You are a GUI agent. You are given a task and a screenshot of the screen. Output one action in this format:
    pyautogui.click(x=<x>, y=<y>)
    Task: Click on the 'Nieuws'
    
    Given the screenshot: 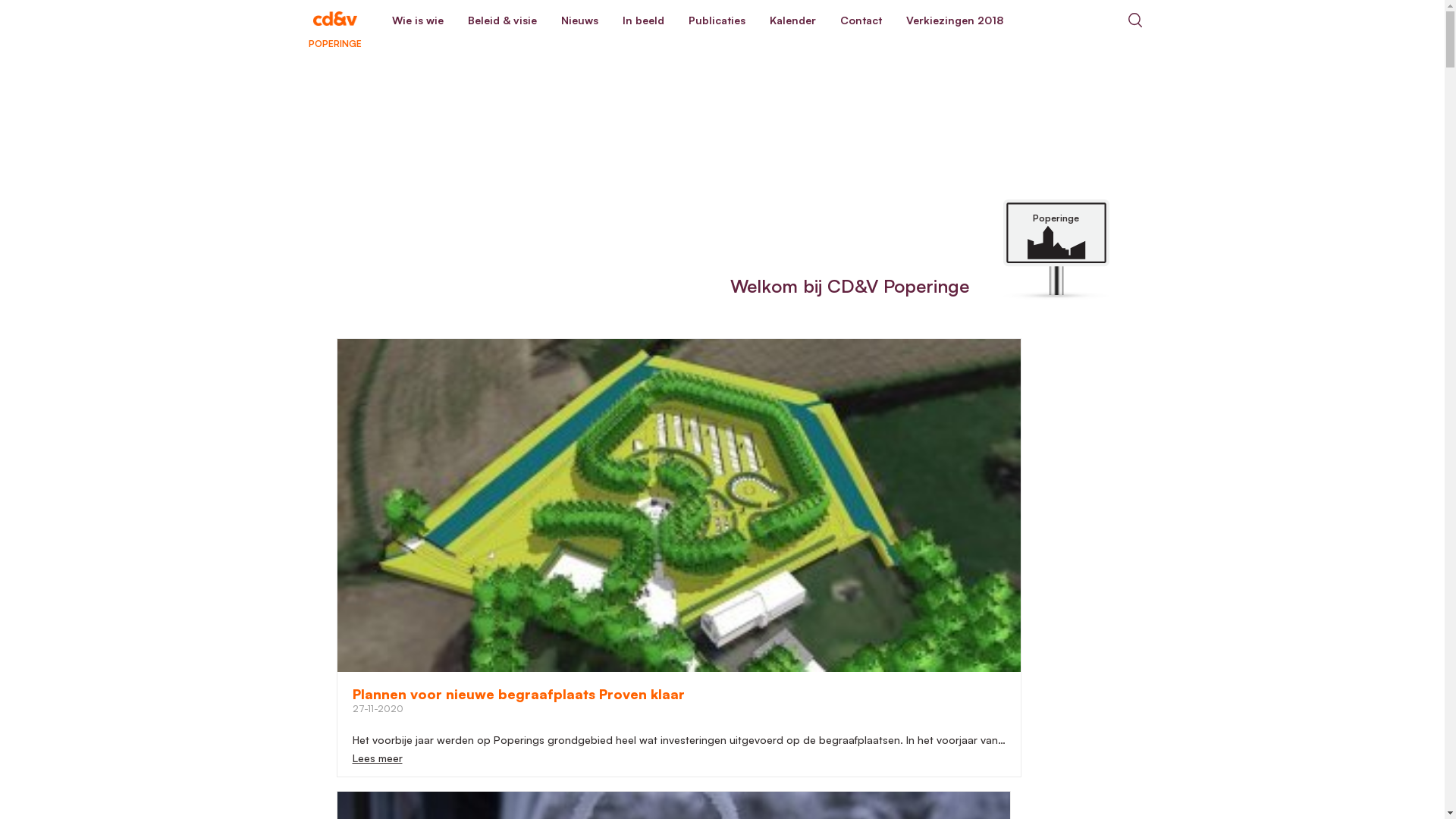 What is the action you would take?
    pyautogui.click(x=579, y=20)
    